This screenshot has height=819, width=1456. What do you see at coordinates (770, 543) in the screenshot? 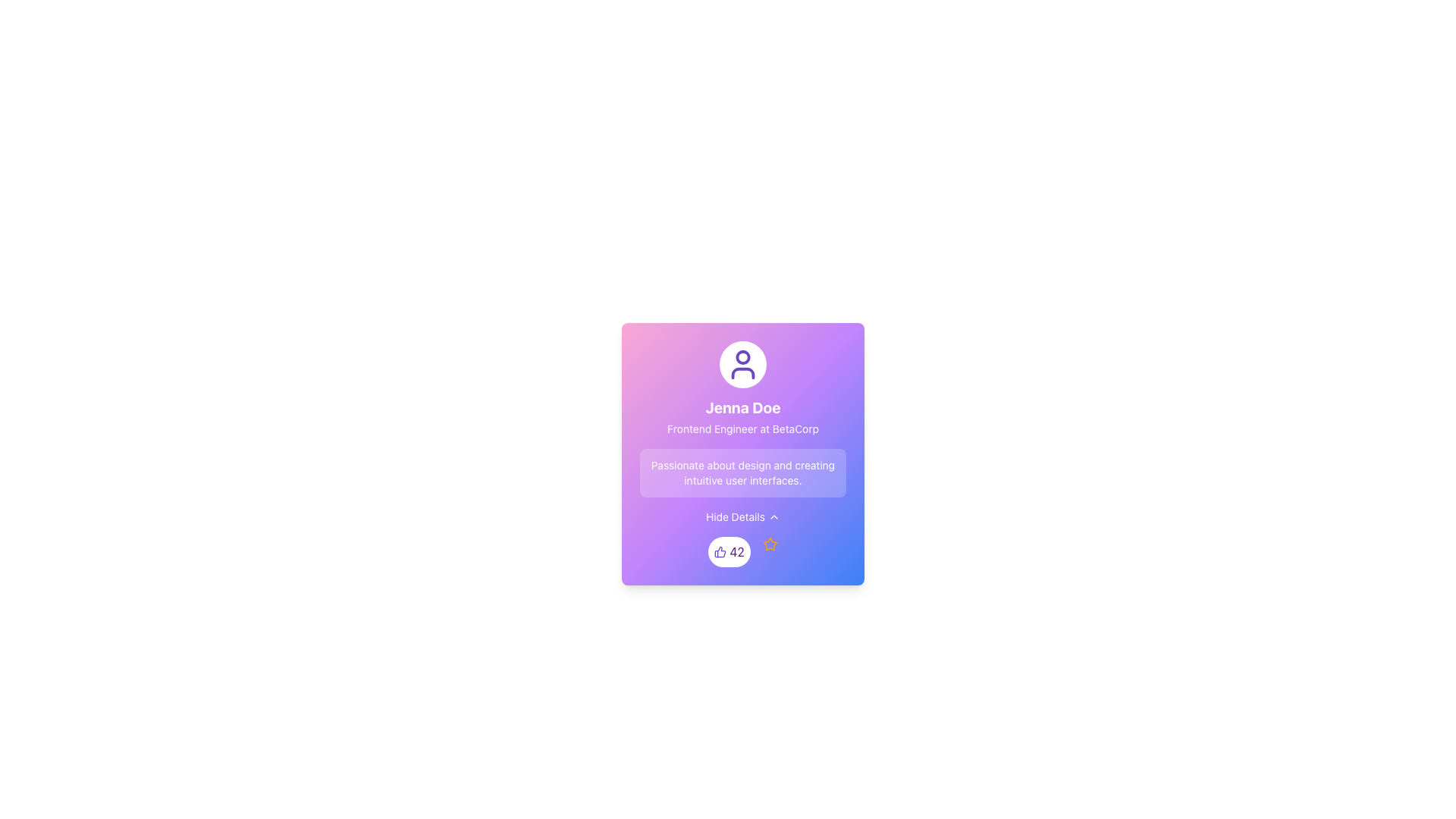
I see `the star icon located at the bottom right of the card interface` at bounding box center [770, 543].